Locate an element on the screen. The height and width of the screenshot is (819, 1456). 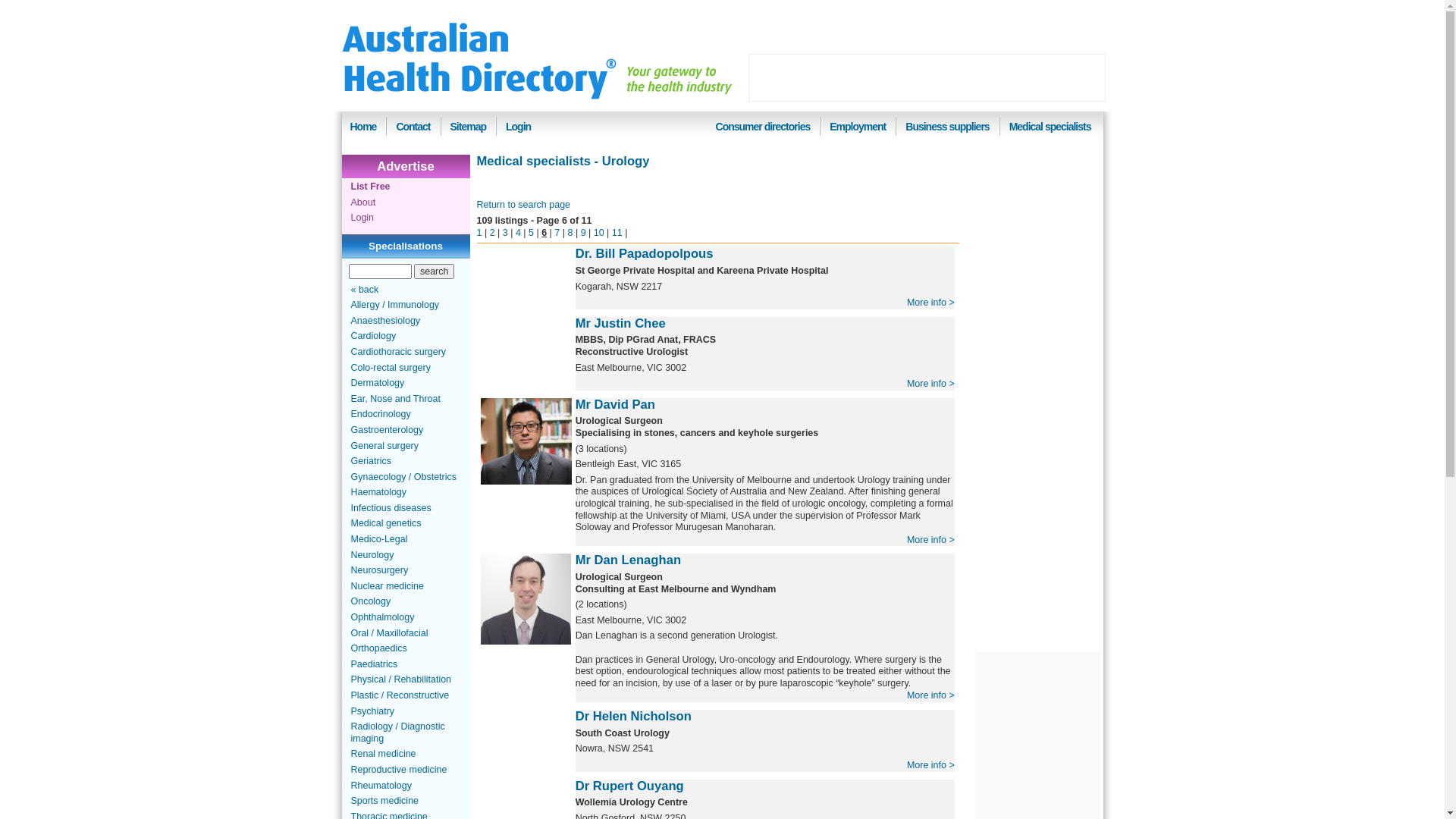
'Login' is located at coordinates (506, 125).